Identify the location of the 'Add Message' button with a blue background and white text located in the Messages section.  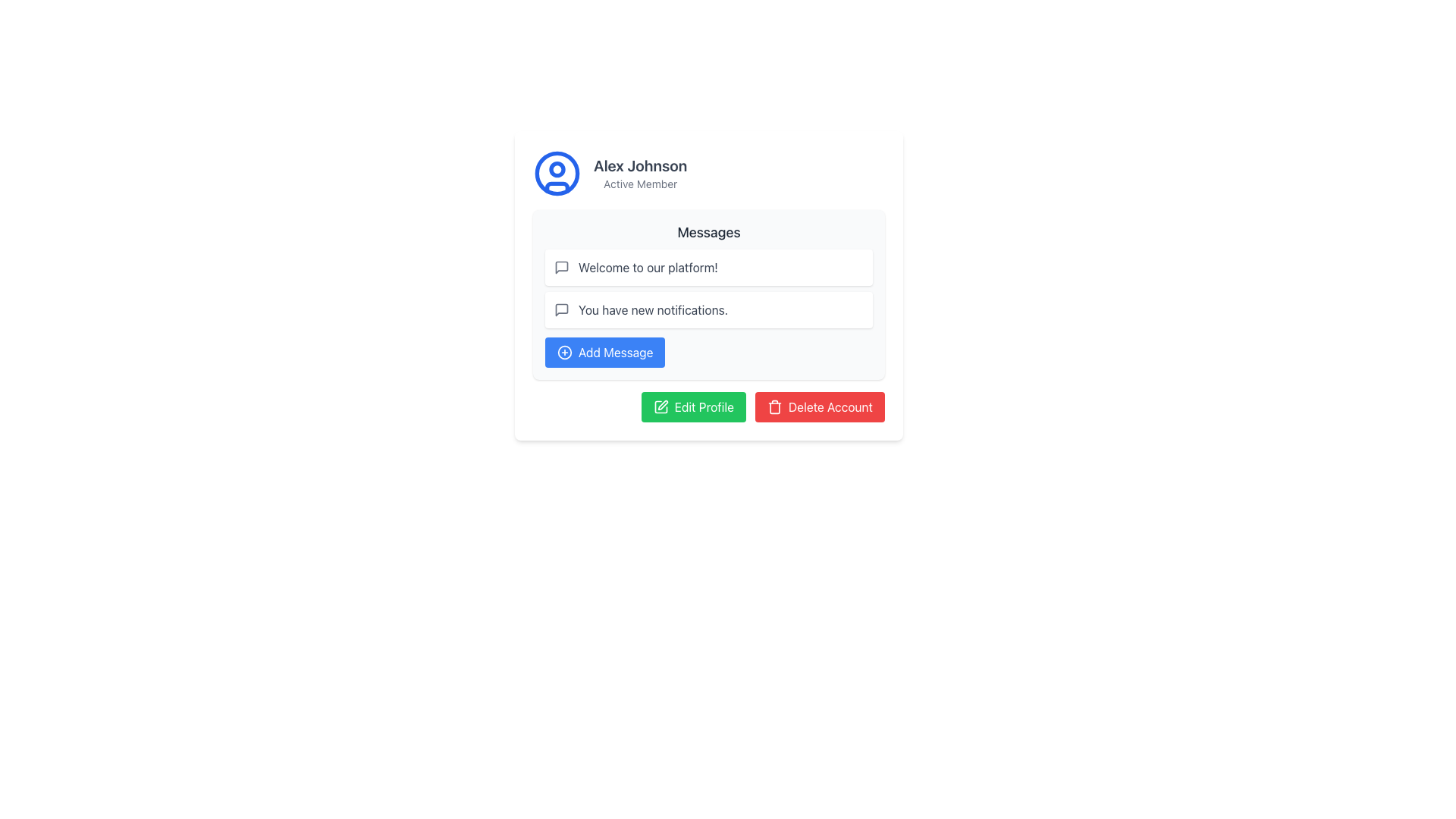
(604, 353).